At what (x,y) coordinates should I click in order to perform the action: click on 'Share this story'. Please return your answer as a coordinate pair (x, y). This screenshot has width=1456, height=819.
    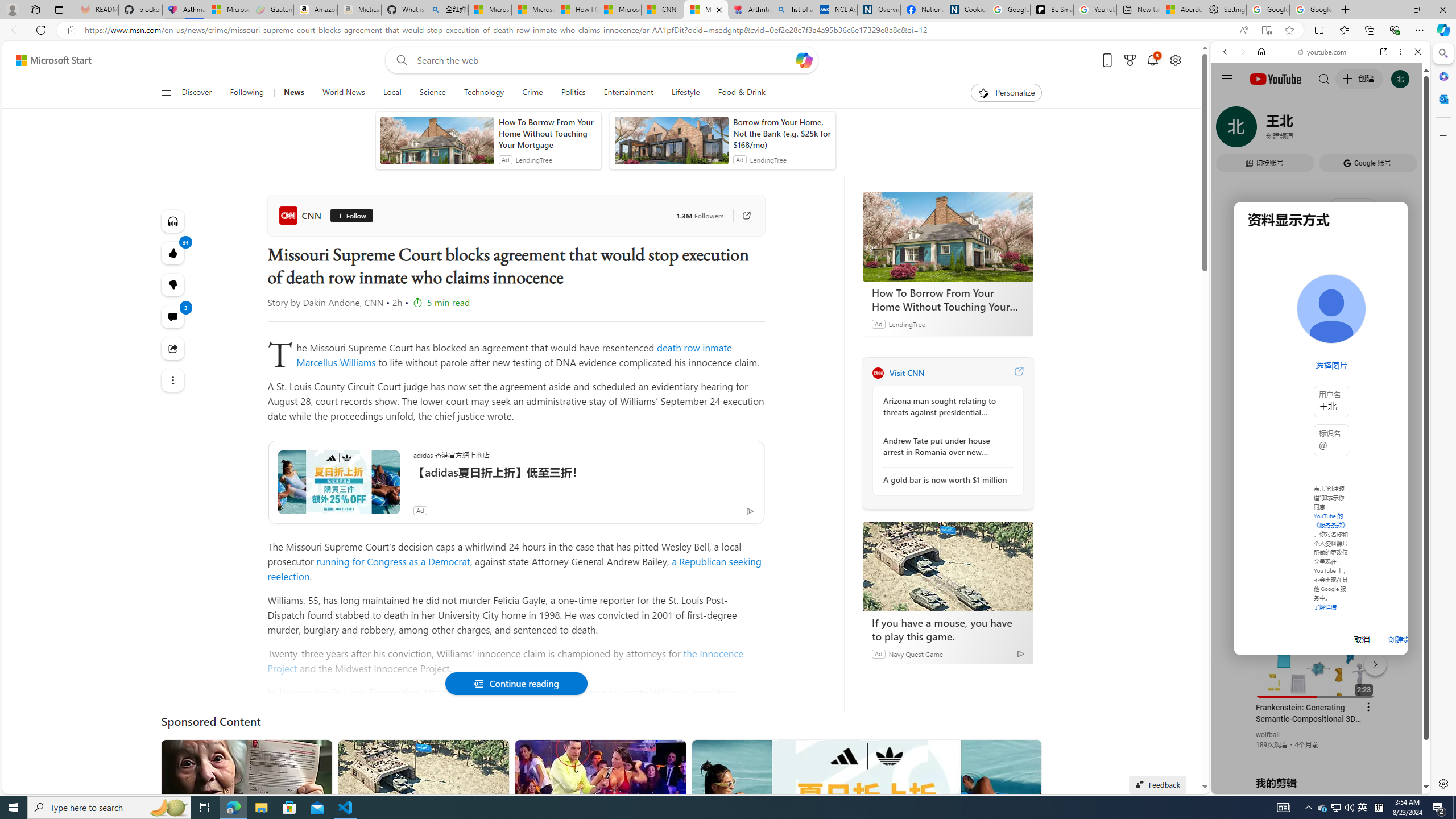
    Looking at the image, I should click on (172, 348).